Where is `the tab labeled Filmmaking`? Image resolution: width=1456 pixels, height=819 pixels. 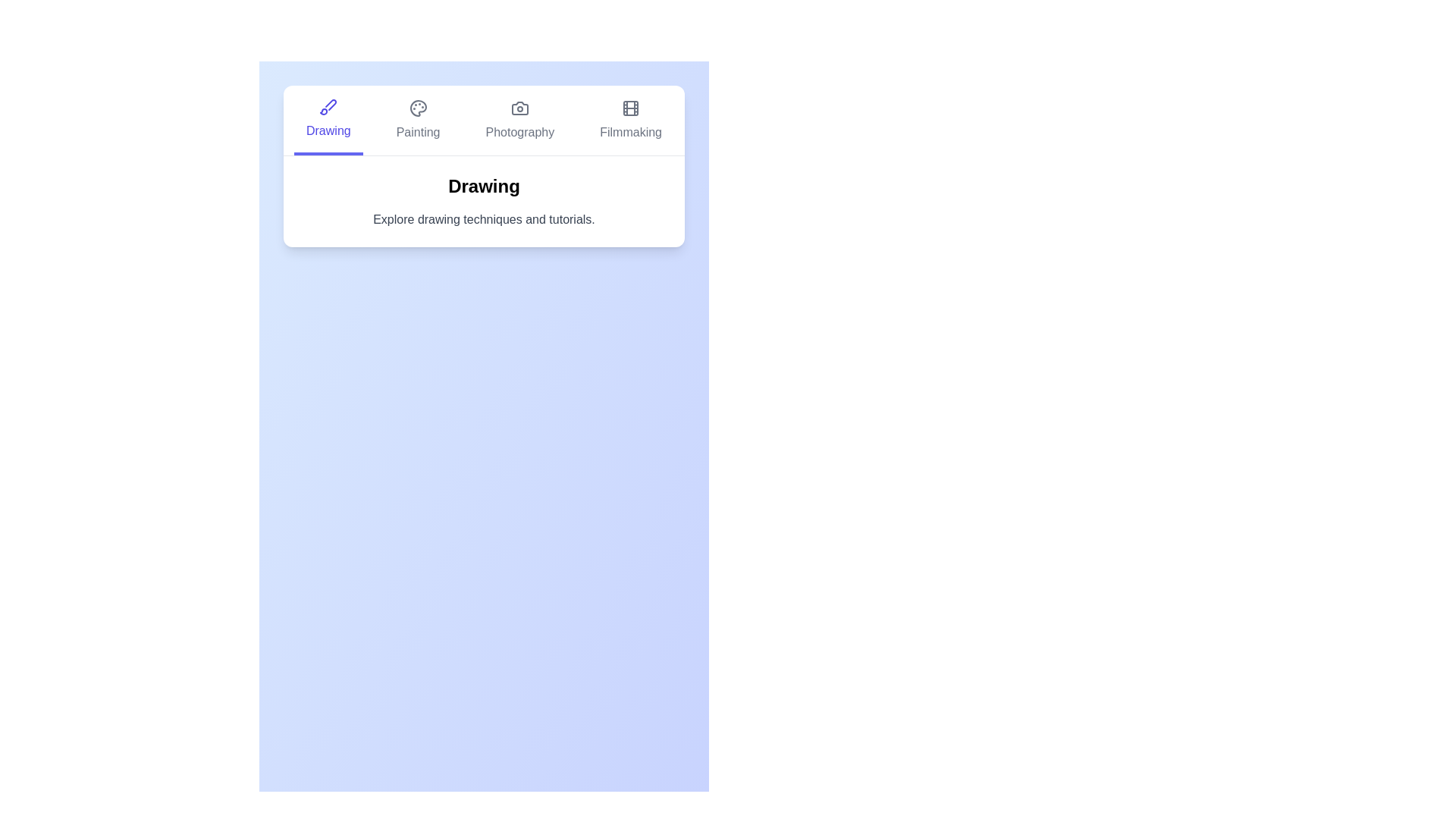 the tab labeled Filmmaking is located at coordinates (630, 119).